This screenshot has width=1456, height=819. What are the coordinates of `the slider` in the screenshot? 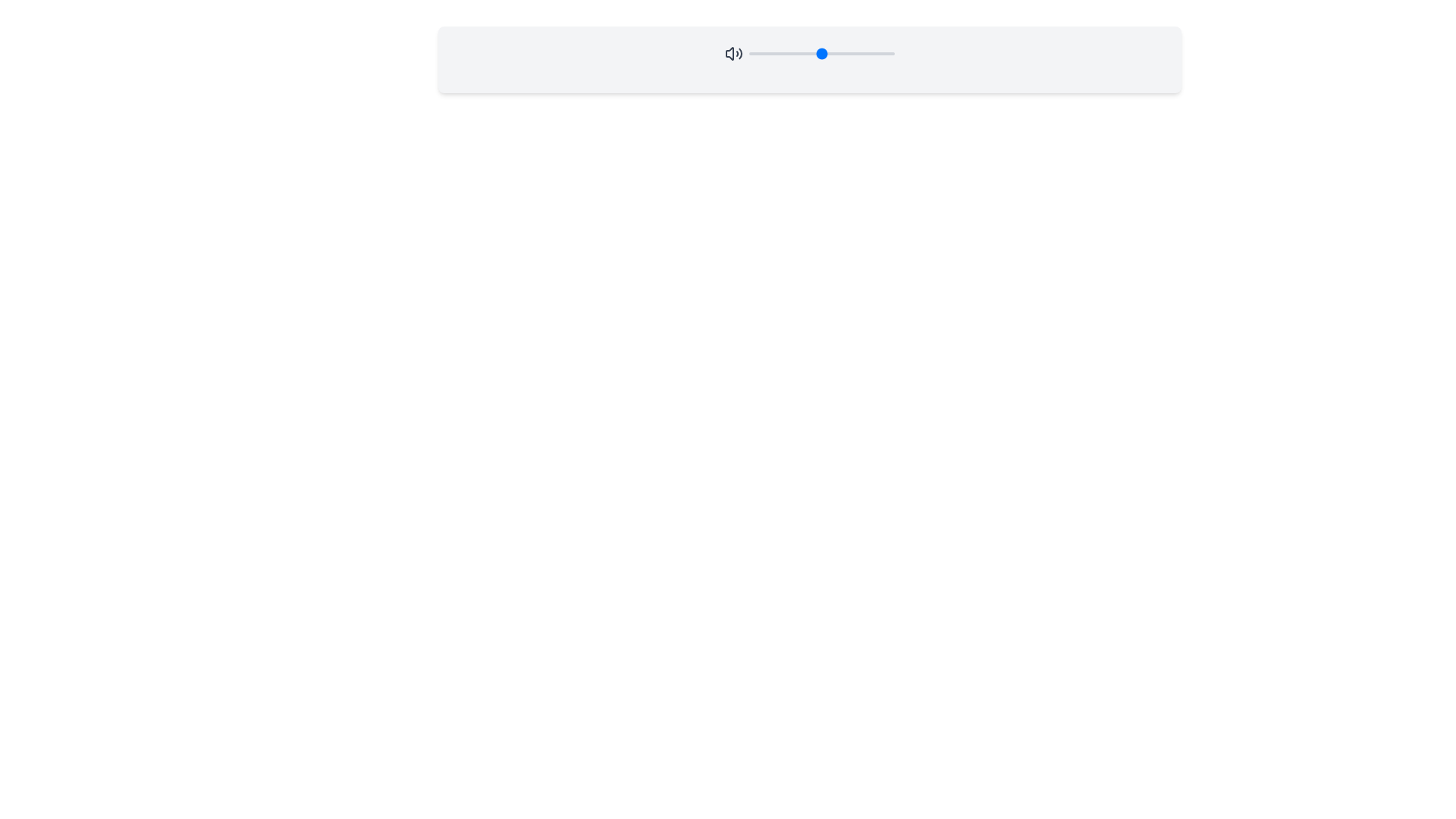 It's located at (825, 52).